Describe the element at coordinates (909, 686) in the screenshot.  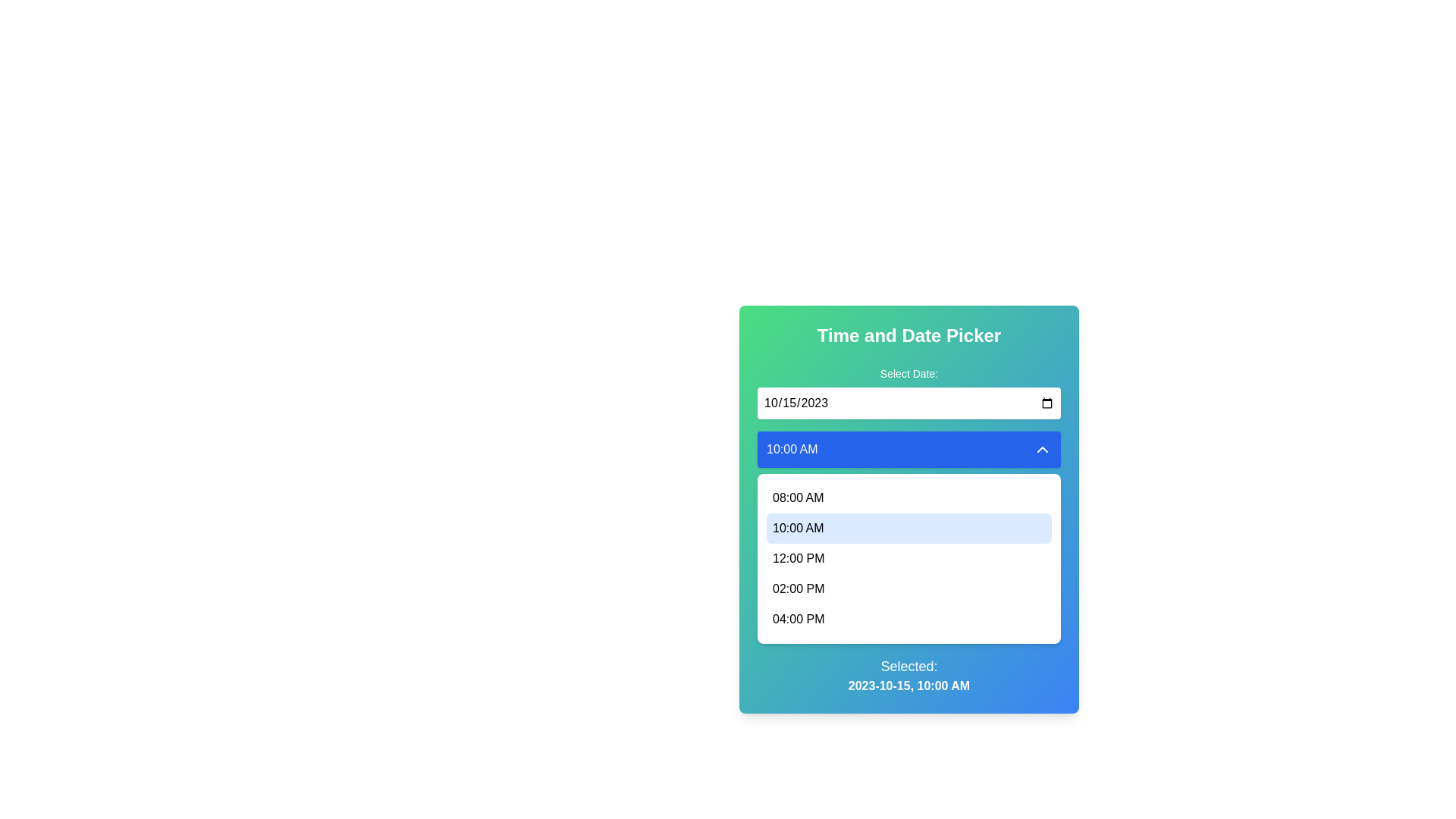
I see `the Text label that displays the currently selected date and time in the date picker interface, located below the dropdown menu and beside the label 'Selected:'` at that location.